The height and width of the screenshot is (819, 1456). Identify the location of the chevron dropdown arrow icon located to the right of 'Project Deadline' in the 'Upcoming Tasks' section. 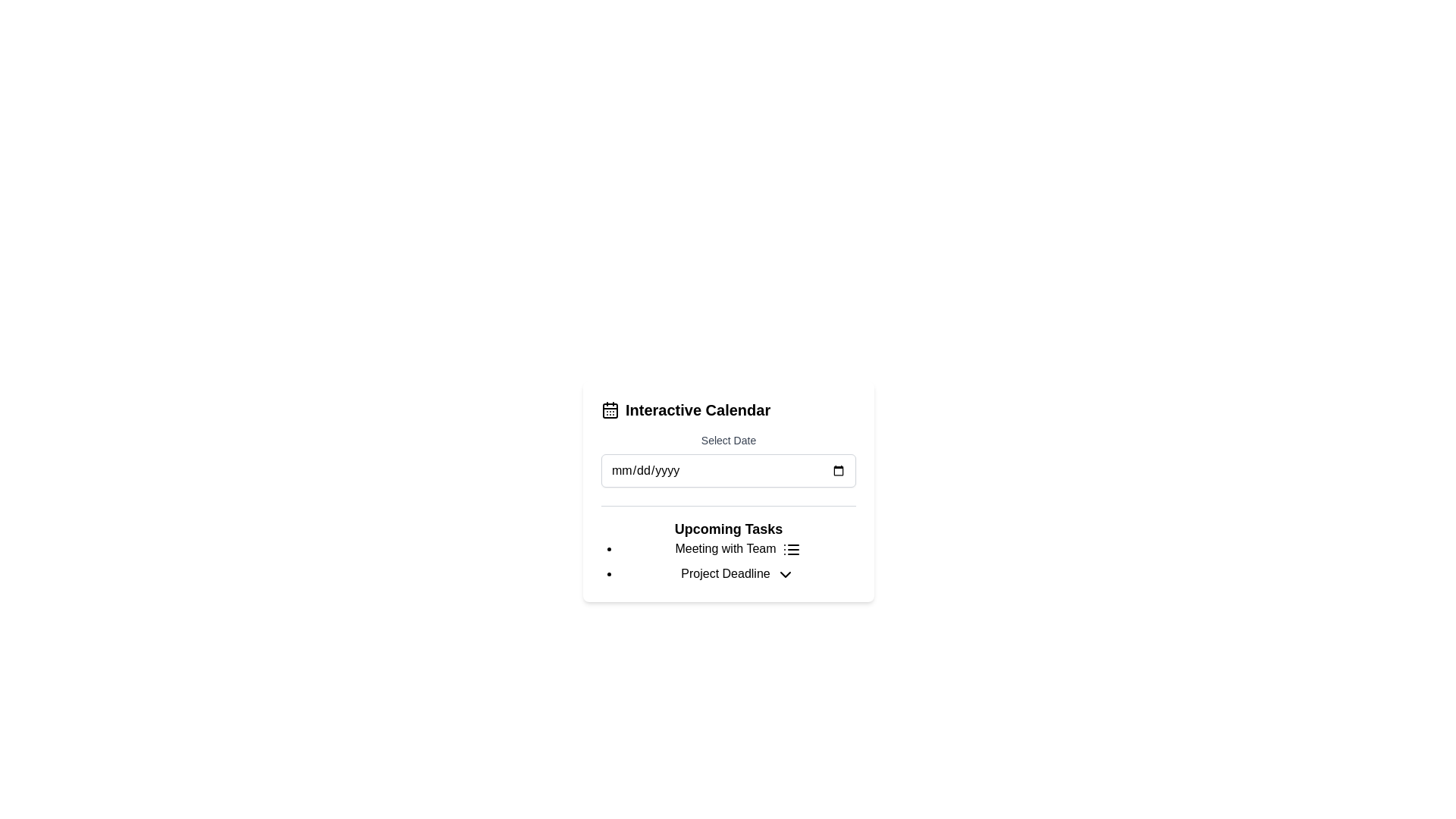
(785, 574).